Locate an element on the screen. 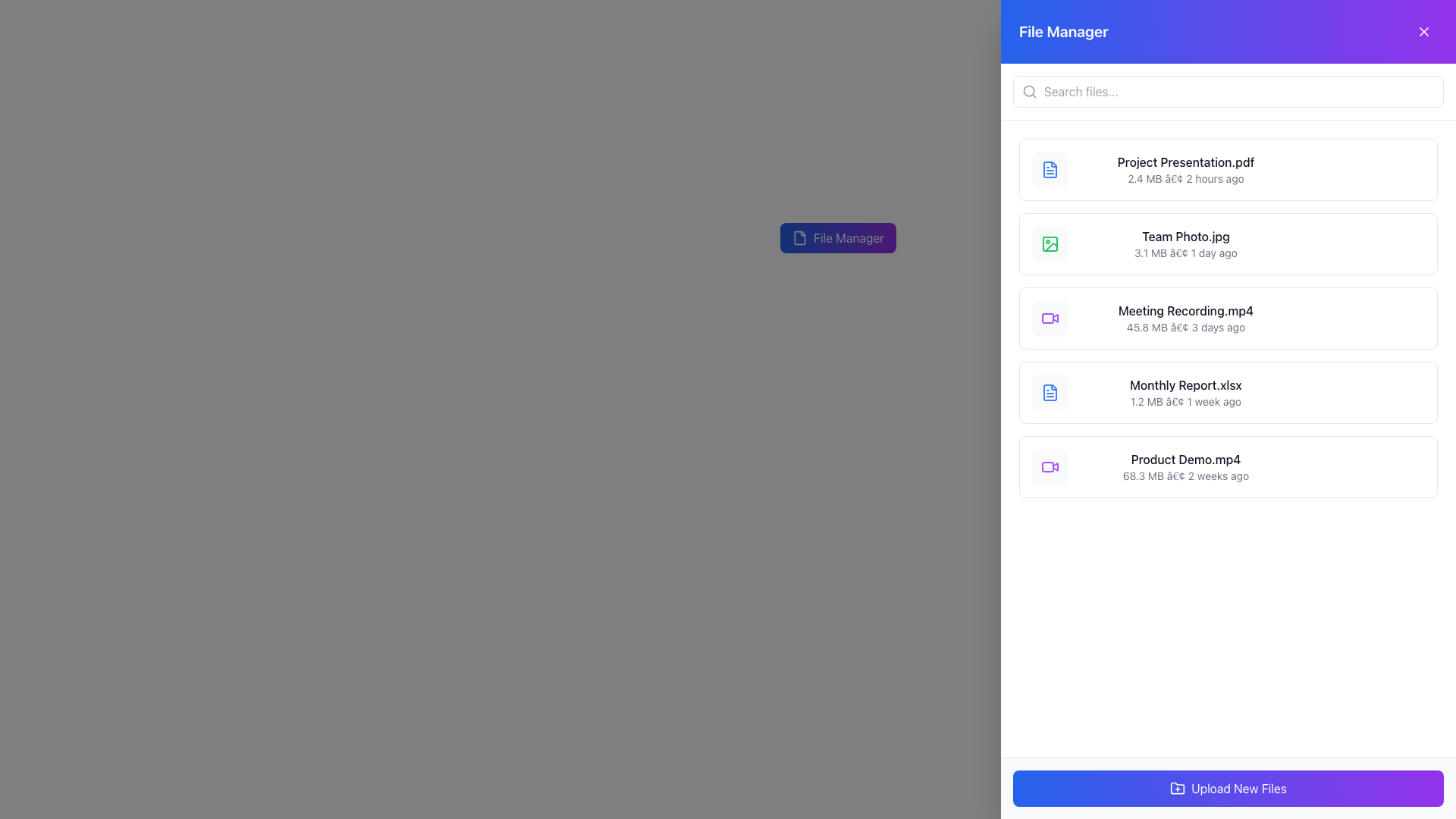 The image size is (1456, 819). the text label displaying the file size and last modified time, located directly below the title 'Project Presentation.pdf' is located at coordinates (1185, 177).